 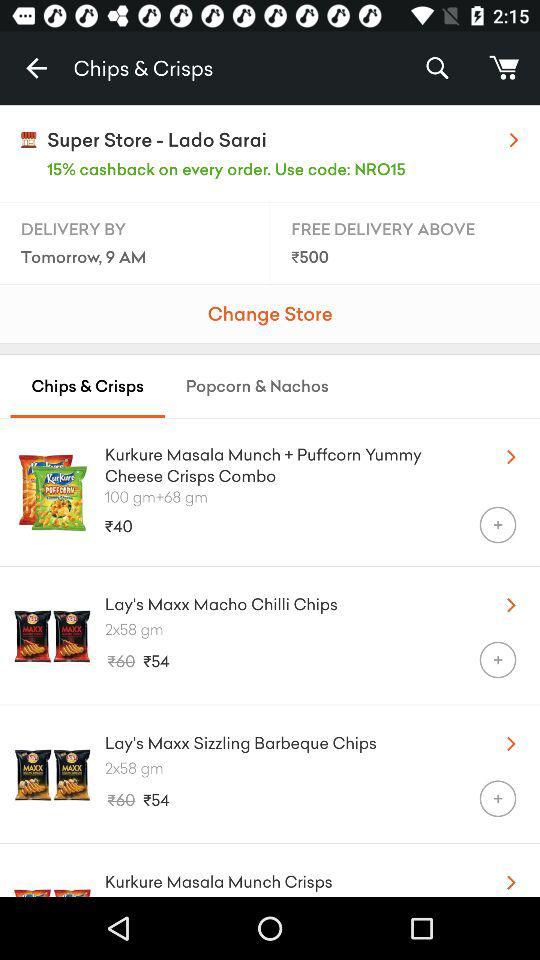 What do you see at coordinates (496, 798) in the screenshot?
I see `+` at bounding box center [496, 798].